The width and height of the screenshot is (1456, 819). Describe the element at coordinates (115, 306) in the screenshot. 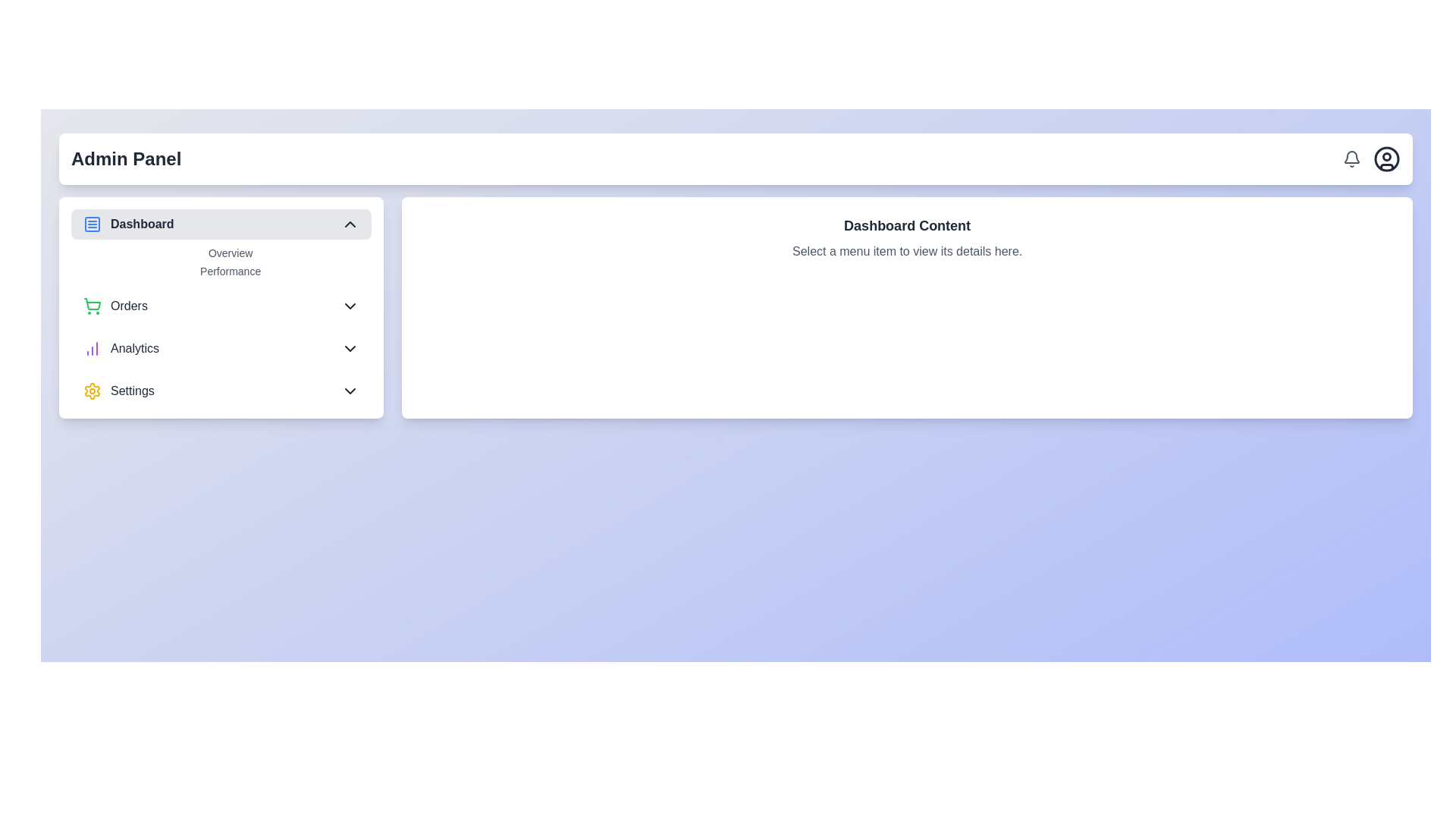

I see `the 'Orders' navigation item, which features a green shopping cart icon followed by bold black text` at that location.